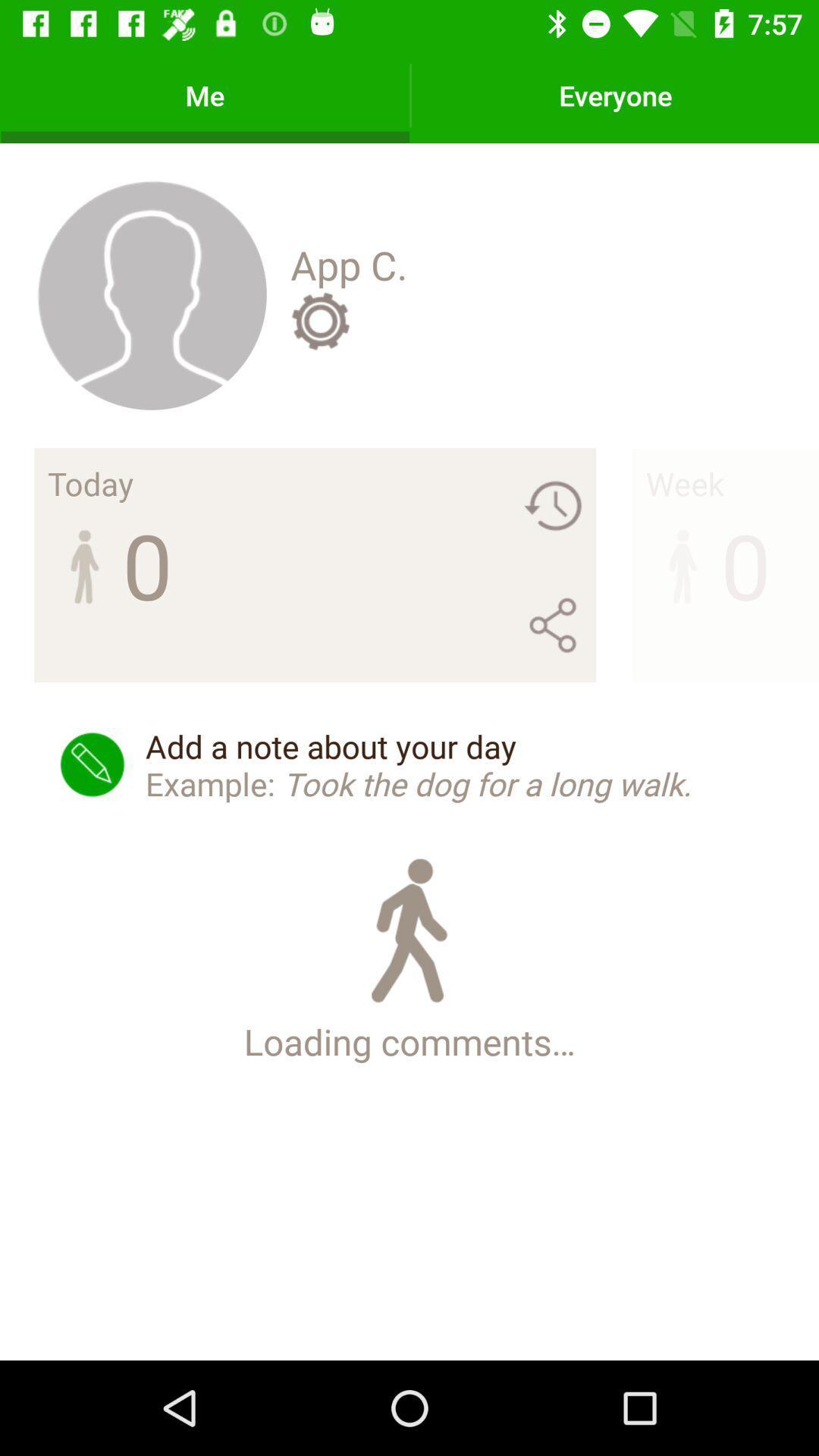 The image size is (819, 1456). I want to click on the button right to me, so click(615, 94).